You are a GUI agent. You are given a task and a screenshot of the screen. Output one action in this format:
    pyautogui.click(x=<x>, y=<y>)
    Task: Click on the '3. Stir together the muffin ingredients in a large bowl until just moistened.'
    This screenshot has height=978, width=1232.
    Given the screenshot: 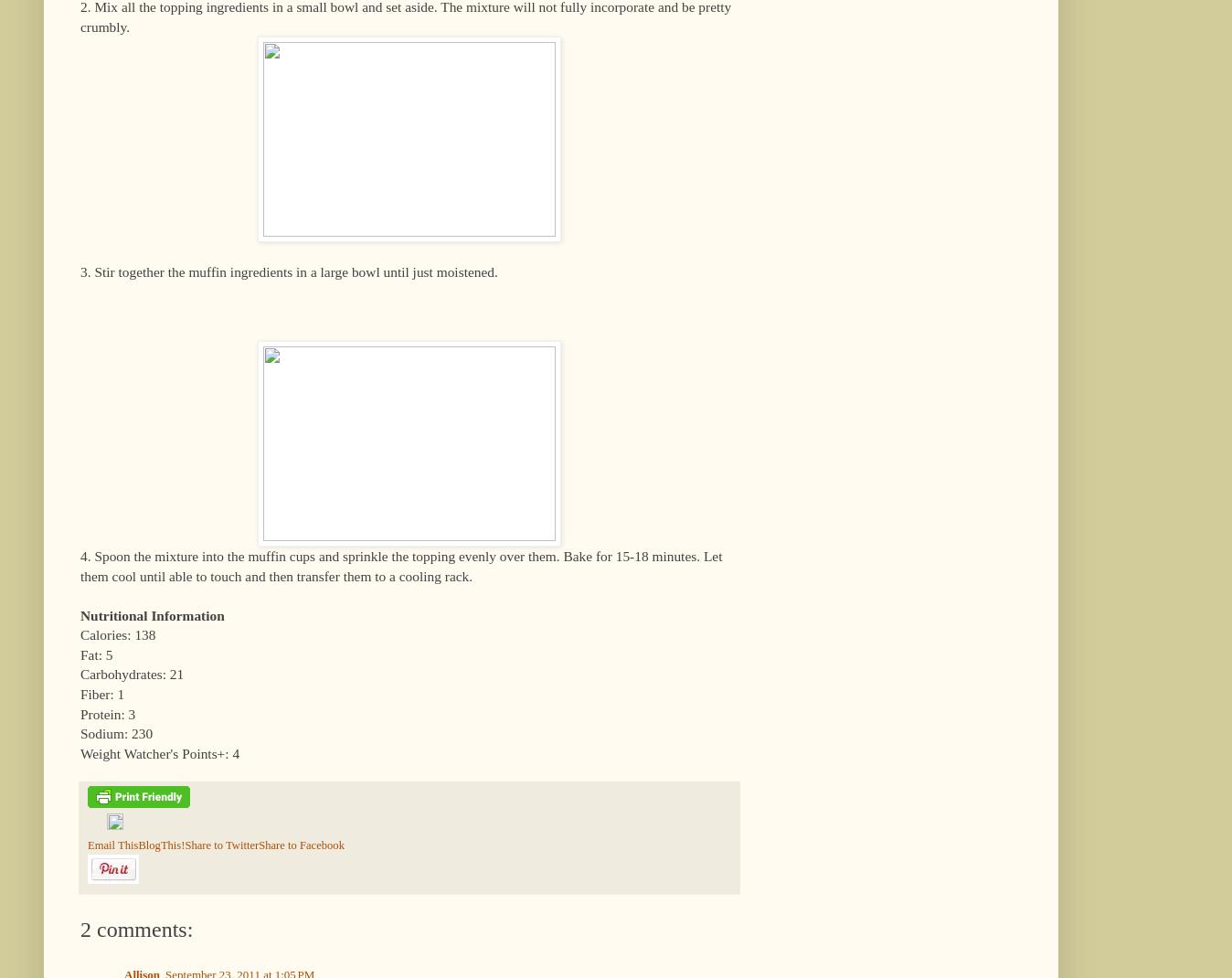 What is the action you would take?
    pyautogui.click(x=288, y=271)
    